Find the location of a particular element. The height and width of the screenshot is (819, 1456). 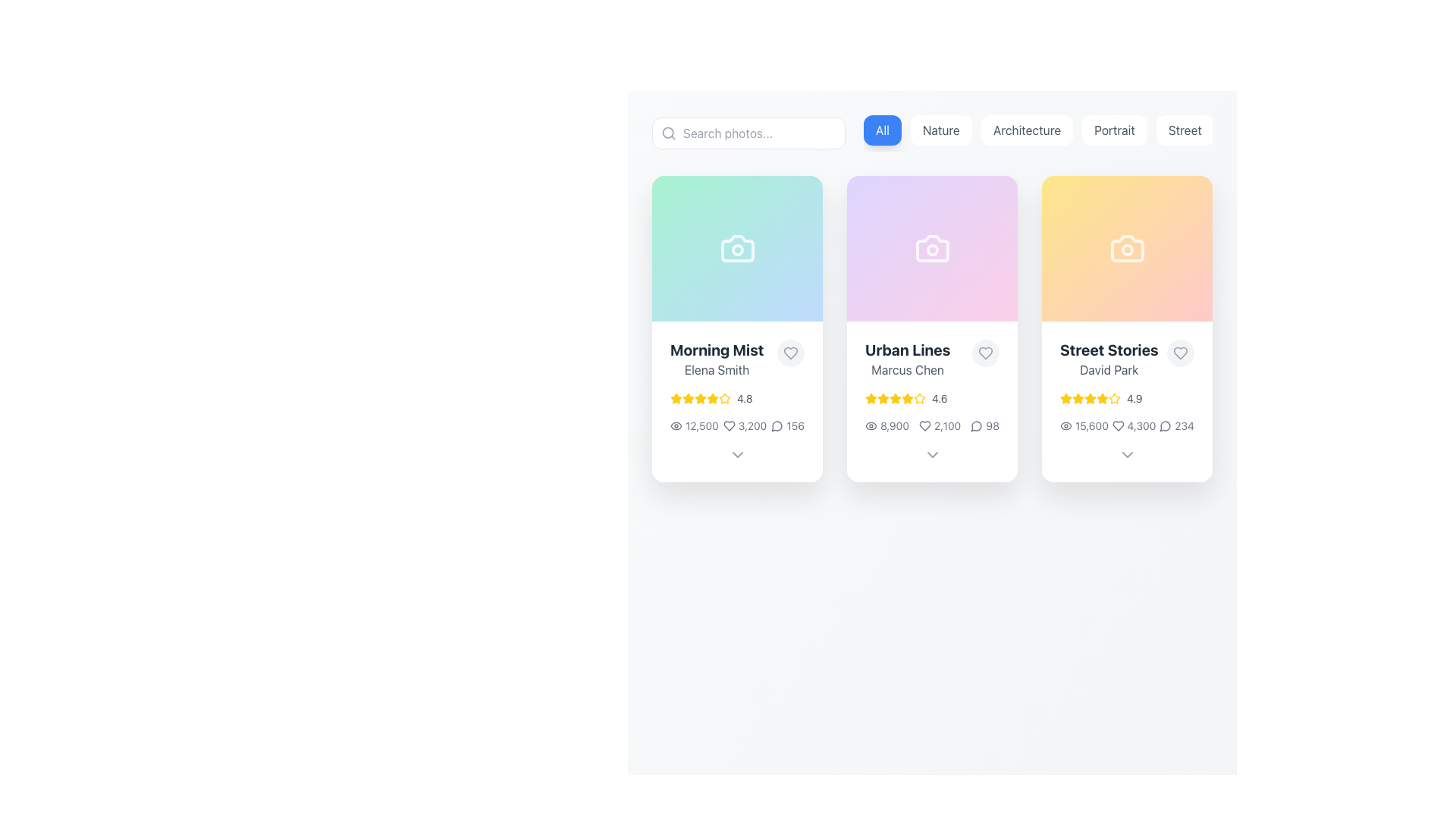

the fourth yellow star icon in the rating section underneath the 'Street Stories' card is located at coordinates (1090, 397).